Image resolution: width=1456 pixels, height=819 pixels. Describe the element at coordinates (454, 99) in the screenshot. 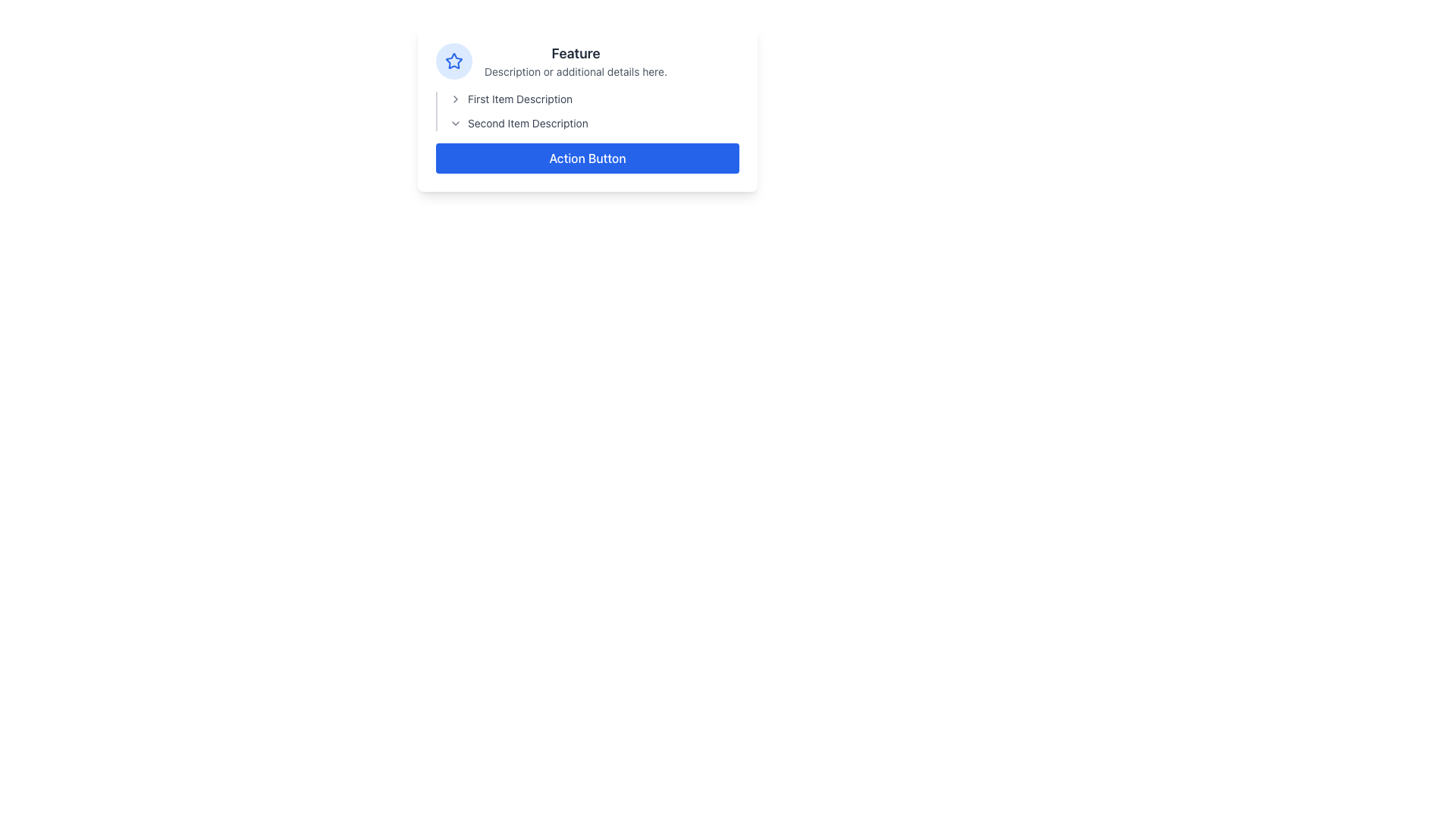

I see `the chevron icon located to the left of the 'First Item Description' text` at that location.